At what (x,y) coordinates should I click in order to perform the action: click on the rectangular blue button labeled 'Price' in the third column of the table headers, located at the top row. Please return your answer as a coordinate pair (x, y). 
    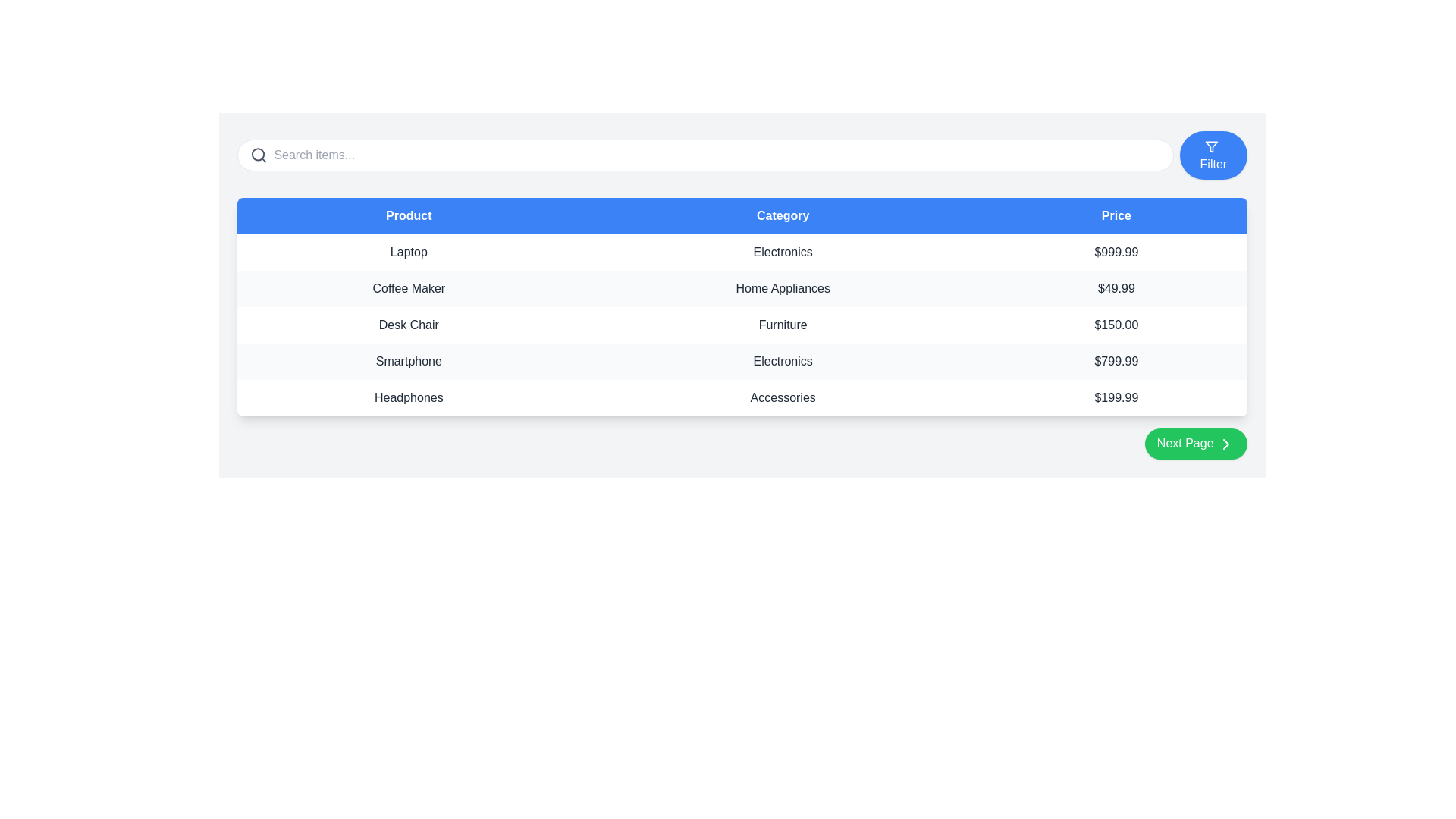
    Looking at the image, I should click on (1116, 216).